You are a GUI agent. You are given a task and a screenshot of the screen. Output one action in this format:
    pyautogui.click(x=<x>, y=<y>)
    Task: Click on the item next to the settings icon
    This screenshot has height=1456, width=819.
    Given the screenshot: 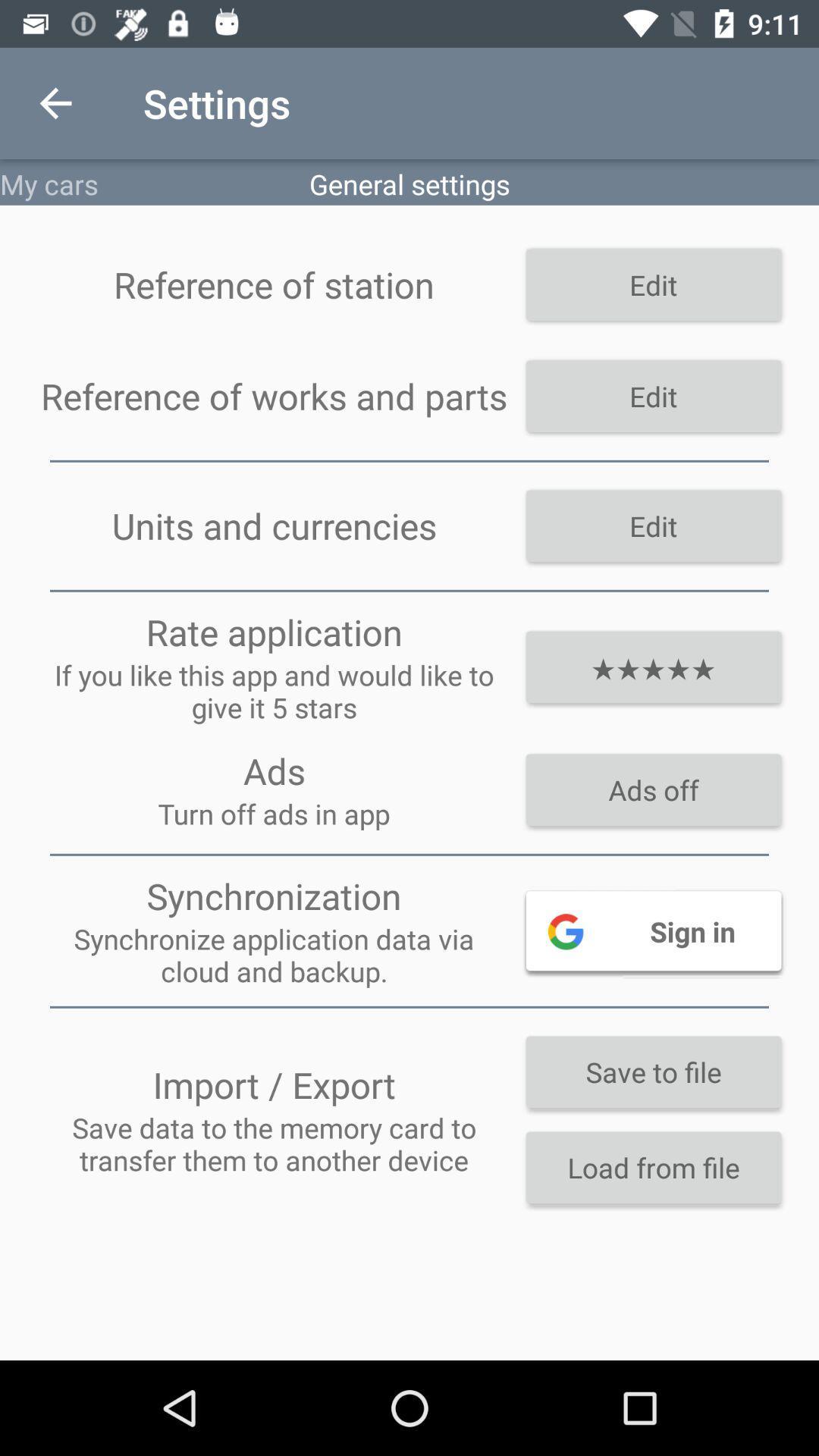 What is the action you would take?
    pyautogui.click(x=55, y=102)
    